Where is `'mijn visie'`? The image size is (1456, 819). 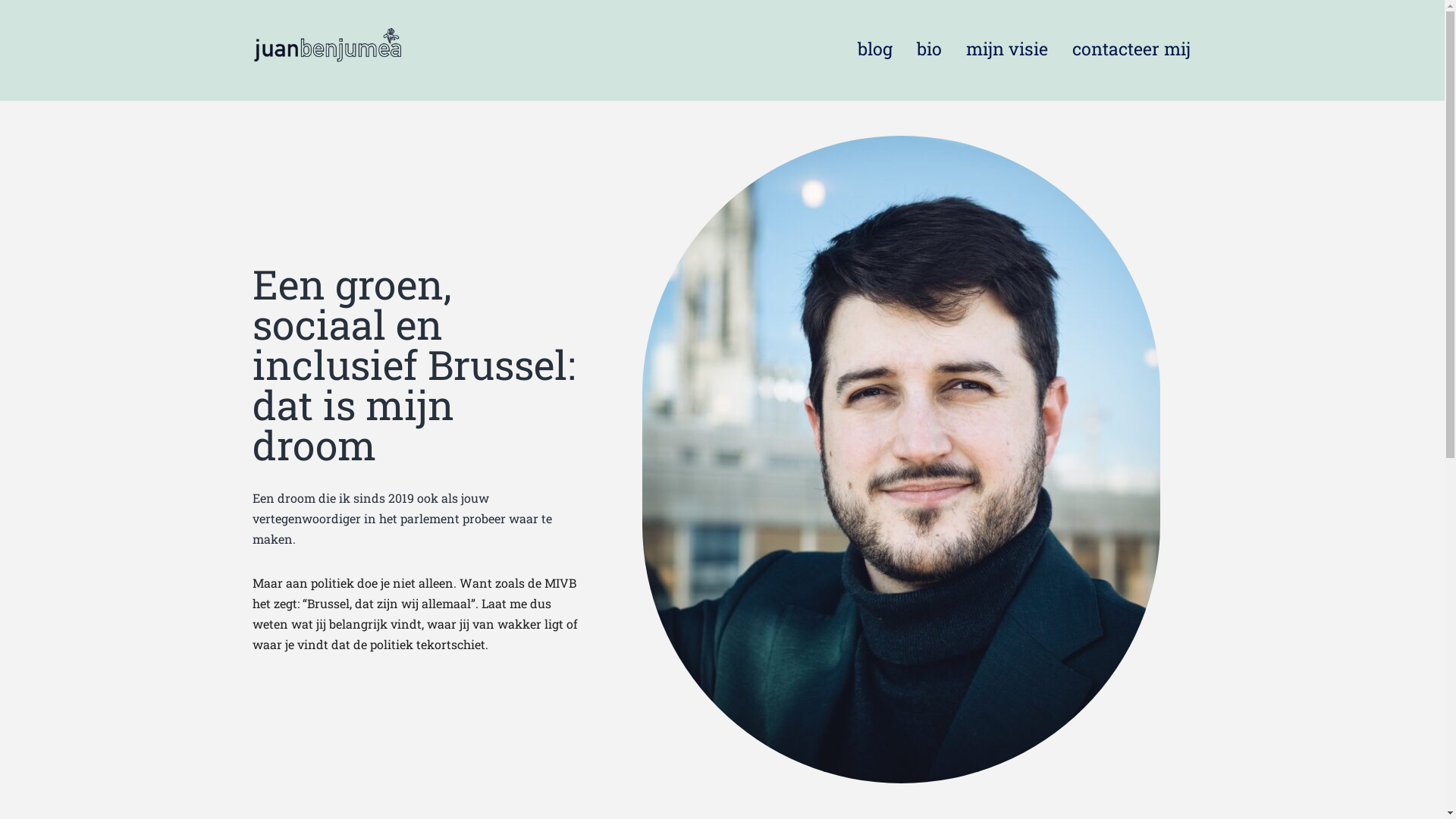 'mijn visie' is located at coordinates (1007, 48).